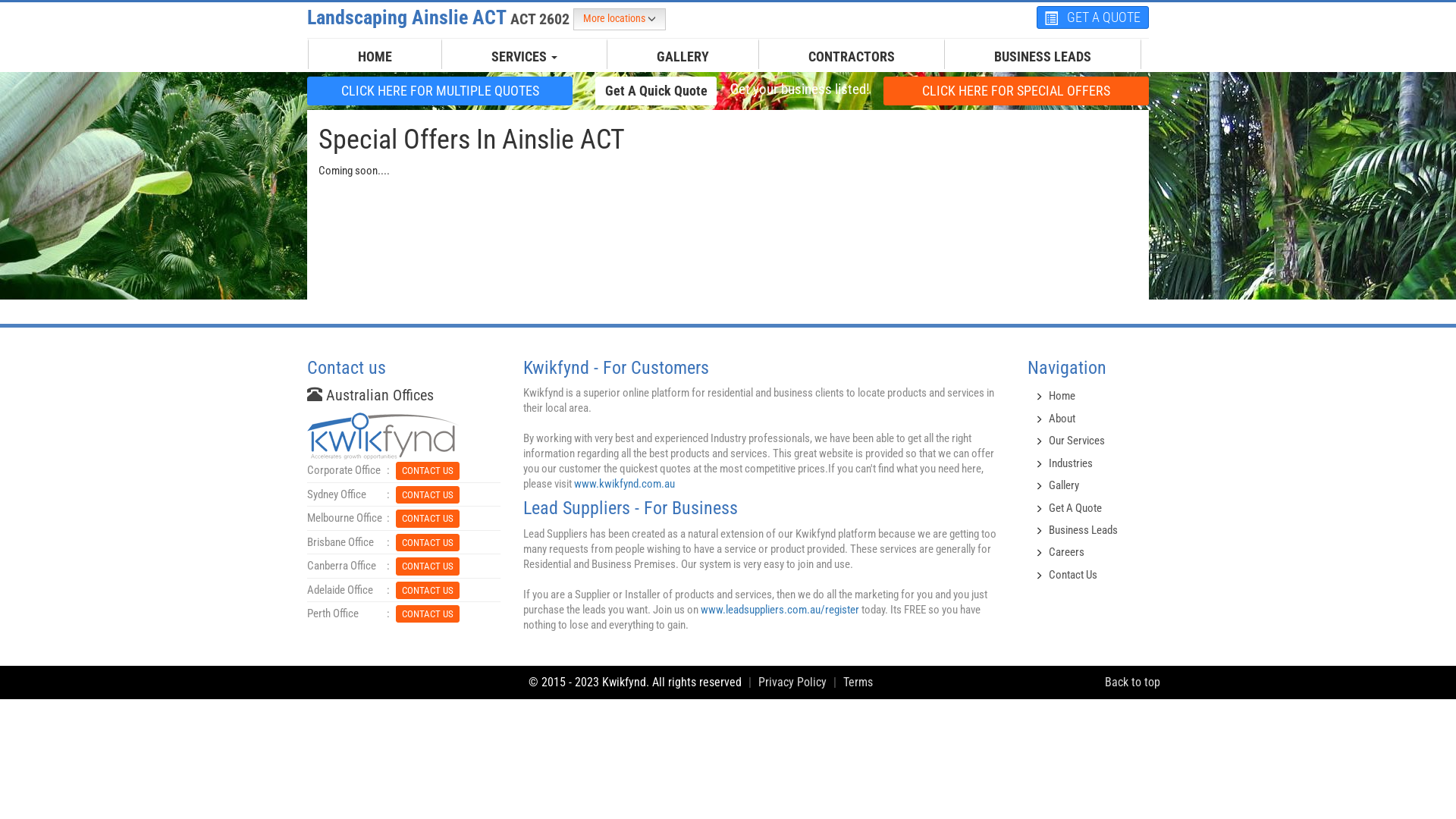 Image resolution: width=1456 pixels, height=819 pixels. I want to click on 'Landscaping Ainslie ACT ACT 2602', so click(439, 17).